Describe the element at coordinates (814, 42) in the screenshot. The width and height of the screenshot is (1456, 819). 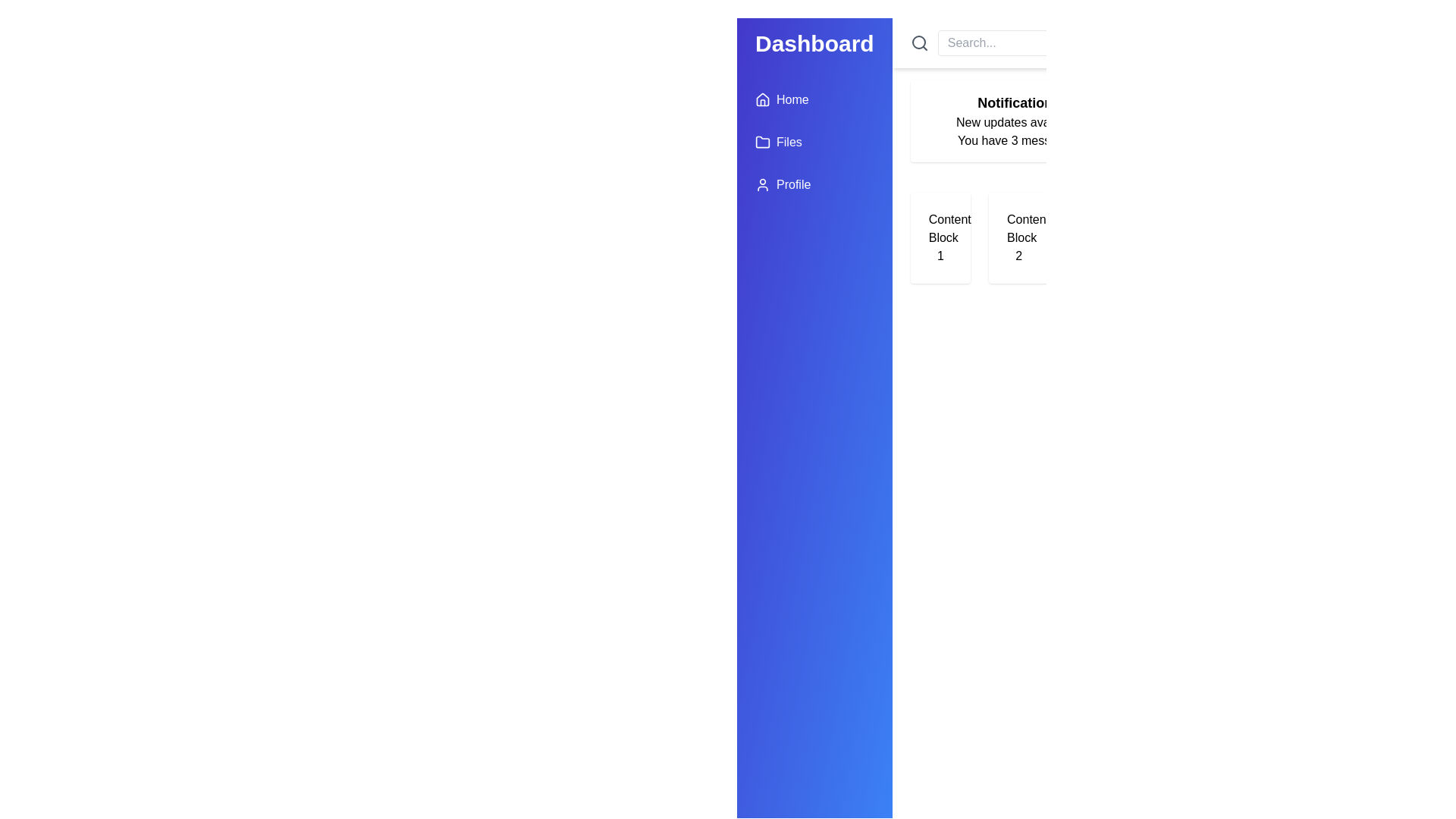
I see `the 'Dashboard' text label located at the top of the vertical navigation bar, which displays bold white text against a gradient background` at that location.